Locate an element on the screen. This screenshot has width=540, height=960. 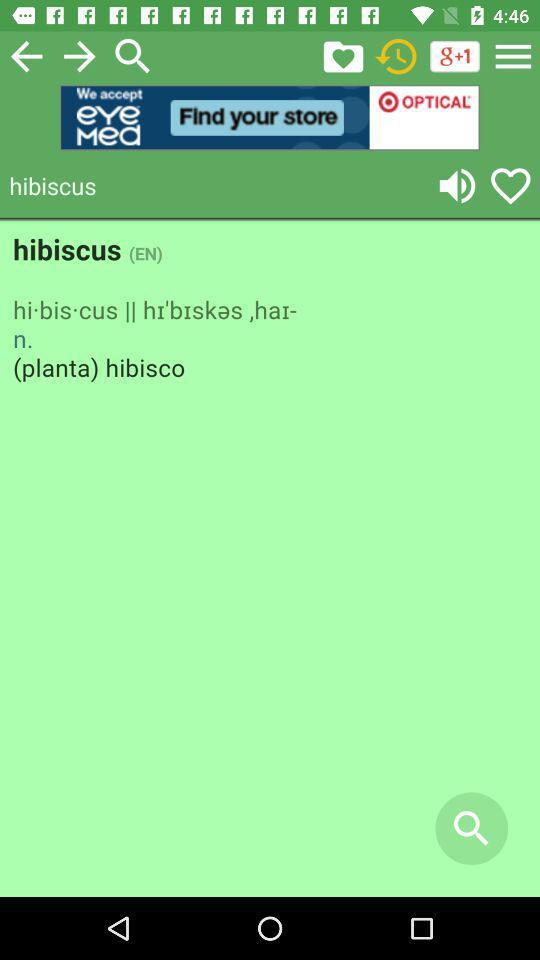
search box is located at coordinates (133, 55).